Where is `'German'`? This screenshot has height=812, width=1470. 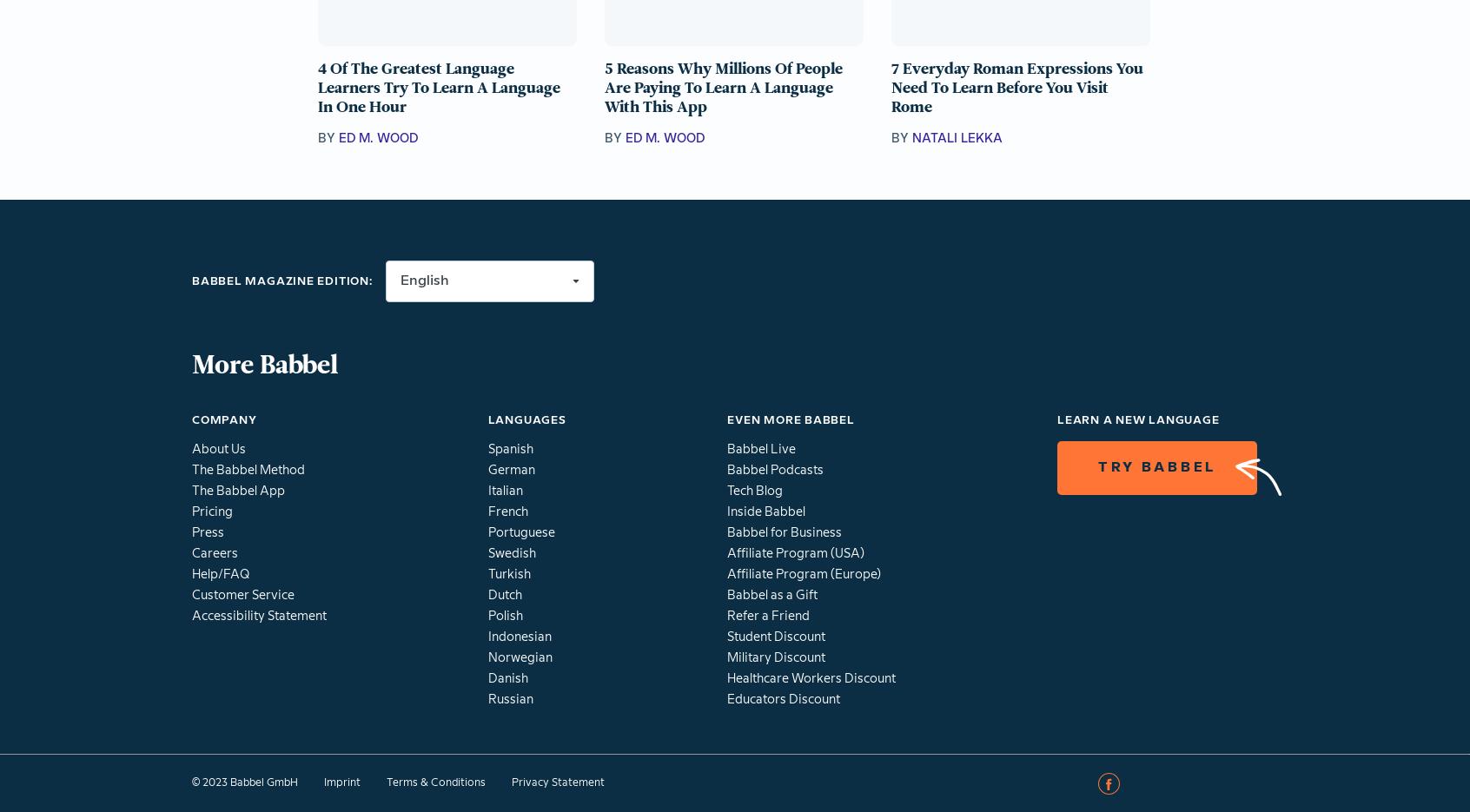
'German' is located at coordinates (487, 470).